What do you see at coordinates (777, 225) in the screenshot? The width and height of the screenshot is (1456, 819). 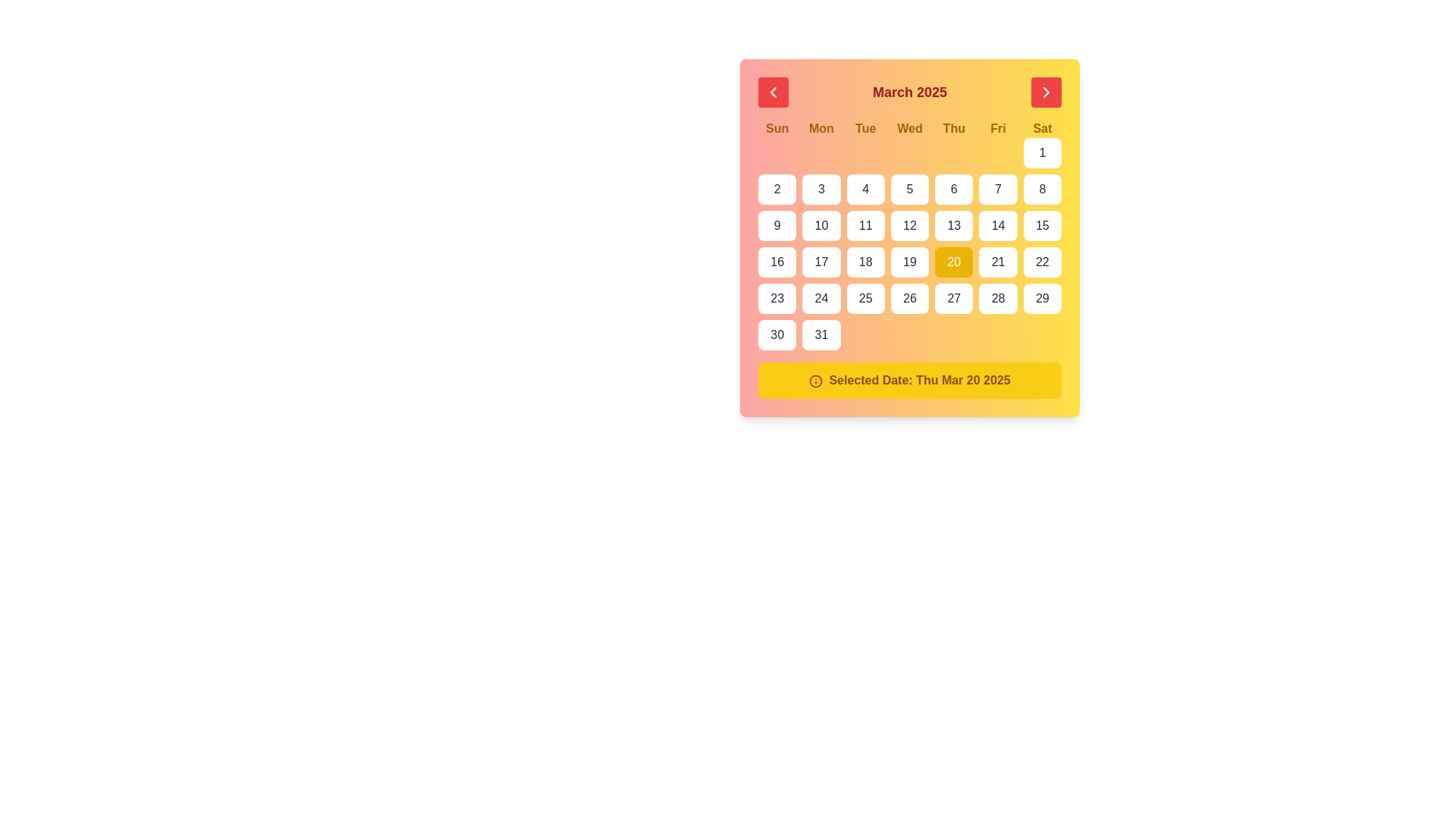 I see `the button representing the date '9' in the calendar` at bounding box center [777, 225].